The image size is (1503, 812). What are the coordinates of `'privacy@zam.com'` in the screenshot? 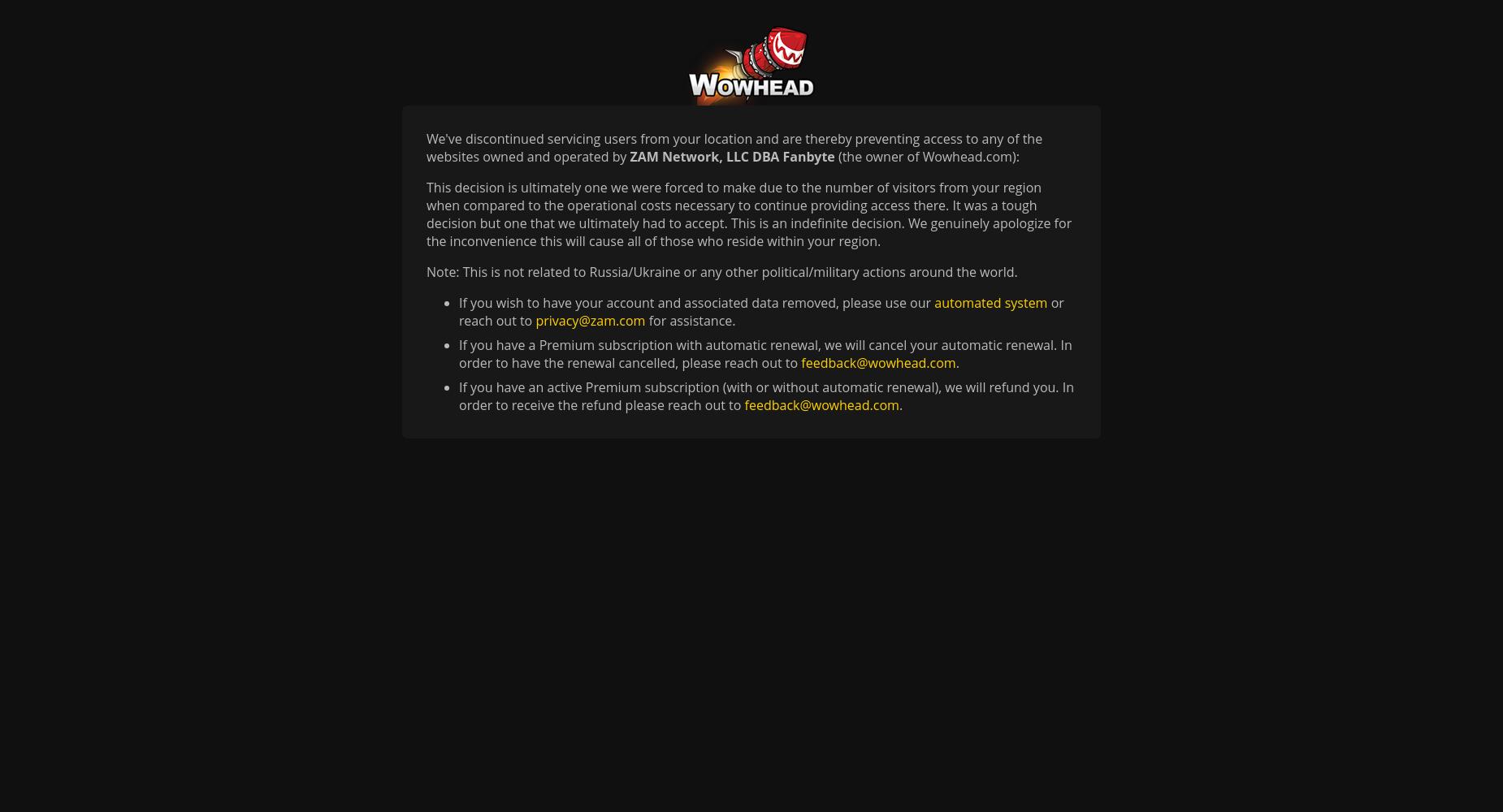 It's located at (590, 321).